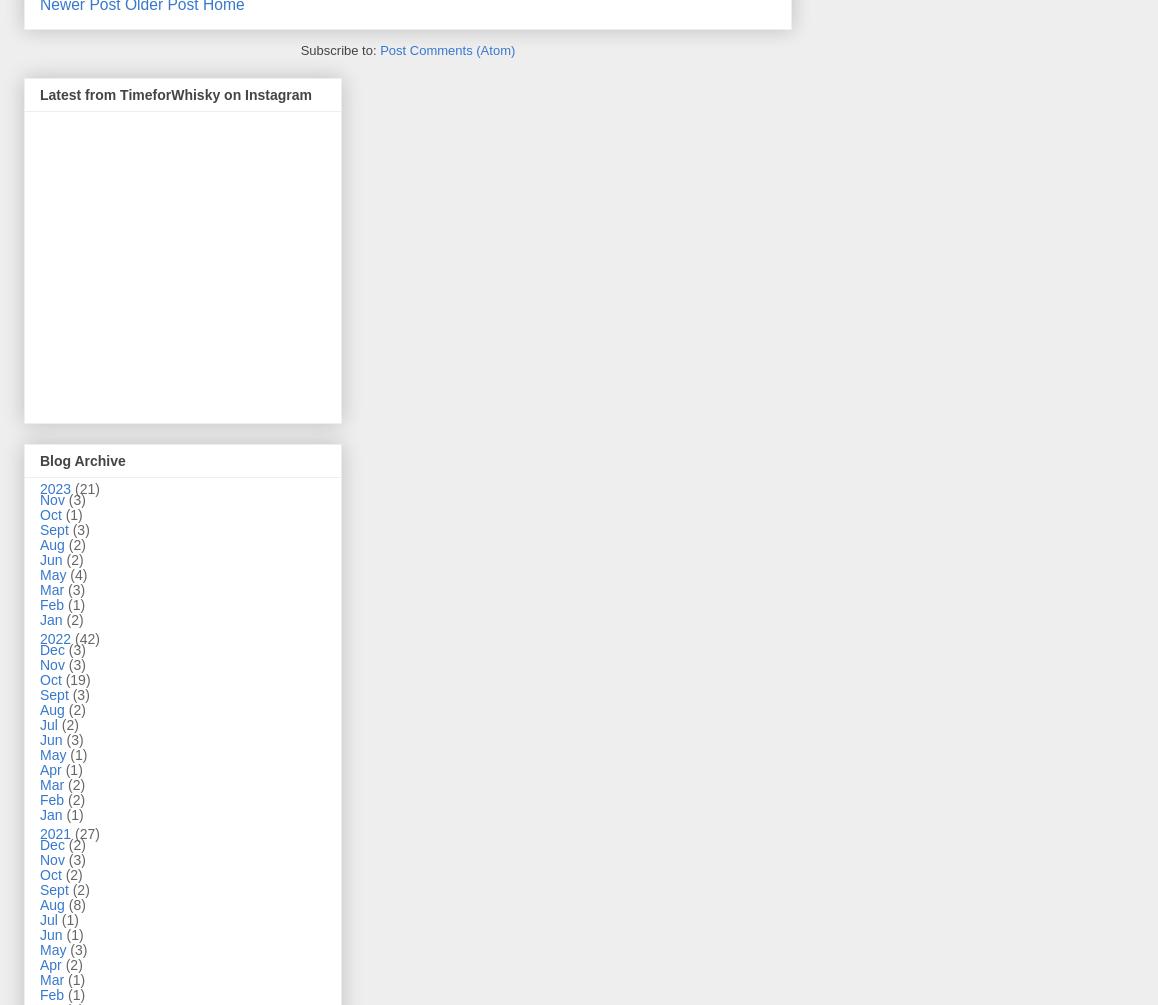 This screenshot has width=1158, height=1005. Describe the element at coordinates (76, 904) in the screenshot. I see `'(8)'` at that location.